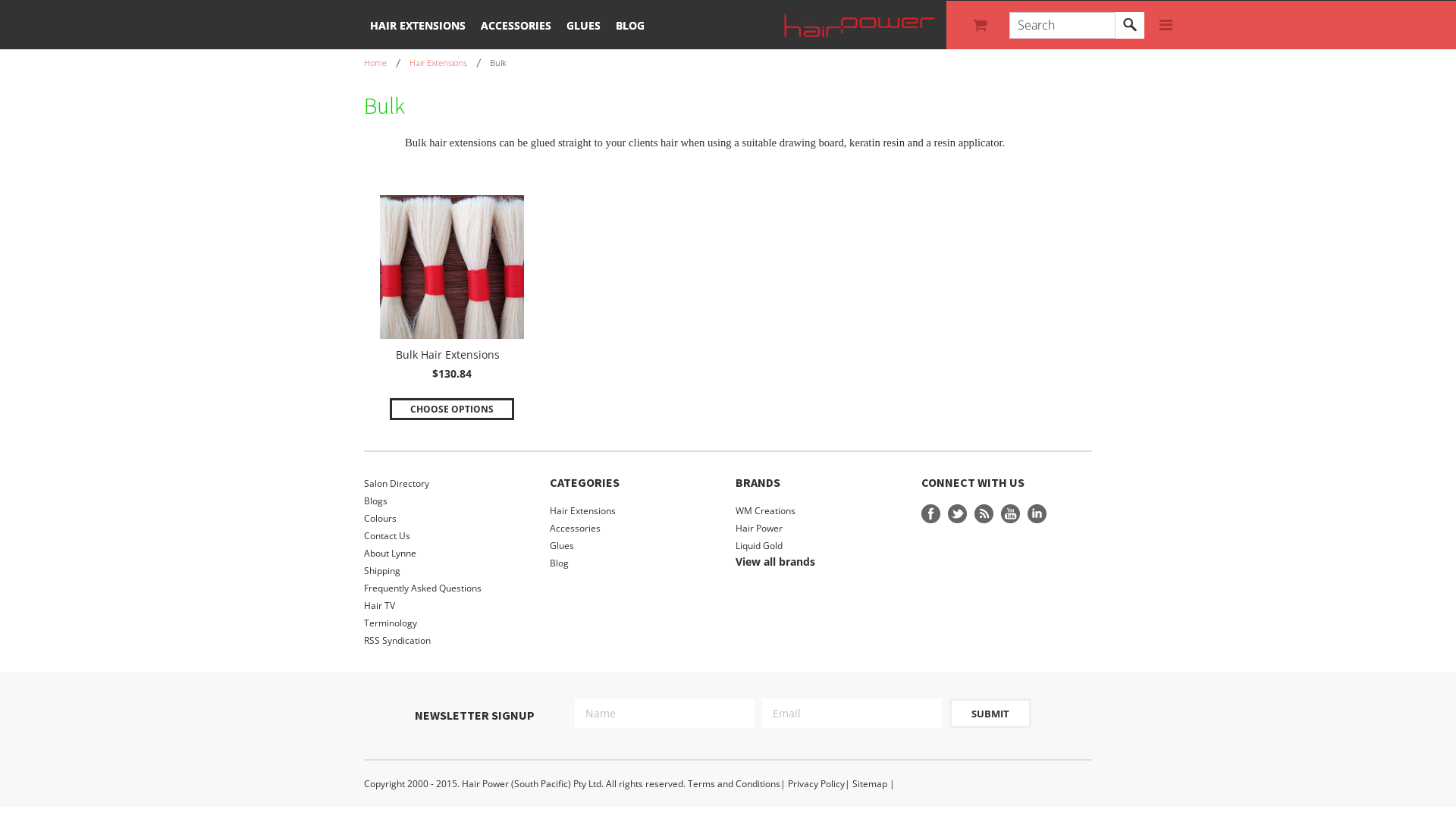 This screenshot has height=819, width=1456. Describe the element at coordinates (629, 24) in the screenshot. I see `'BLOG'` at that location.